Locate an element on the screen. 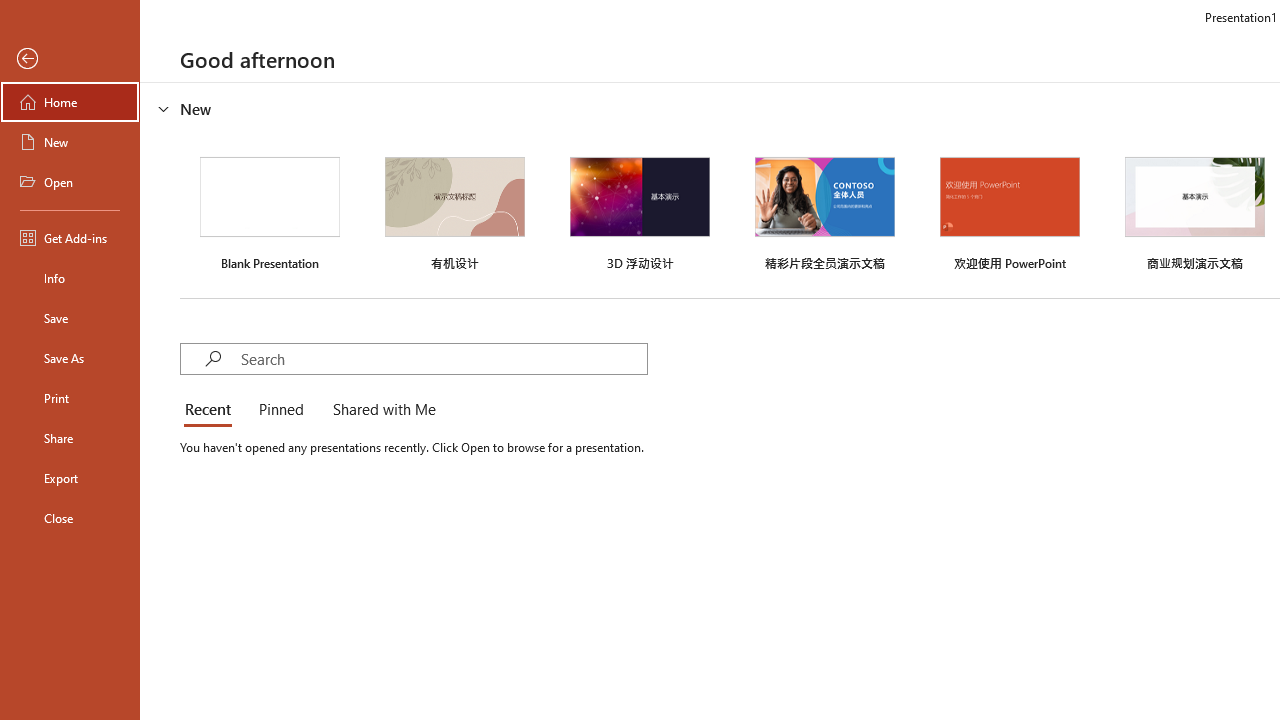 This screenshot has height=720, width=1280. 'Pinned' is located at coordinates (279, 410).